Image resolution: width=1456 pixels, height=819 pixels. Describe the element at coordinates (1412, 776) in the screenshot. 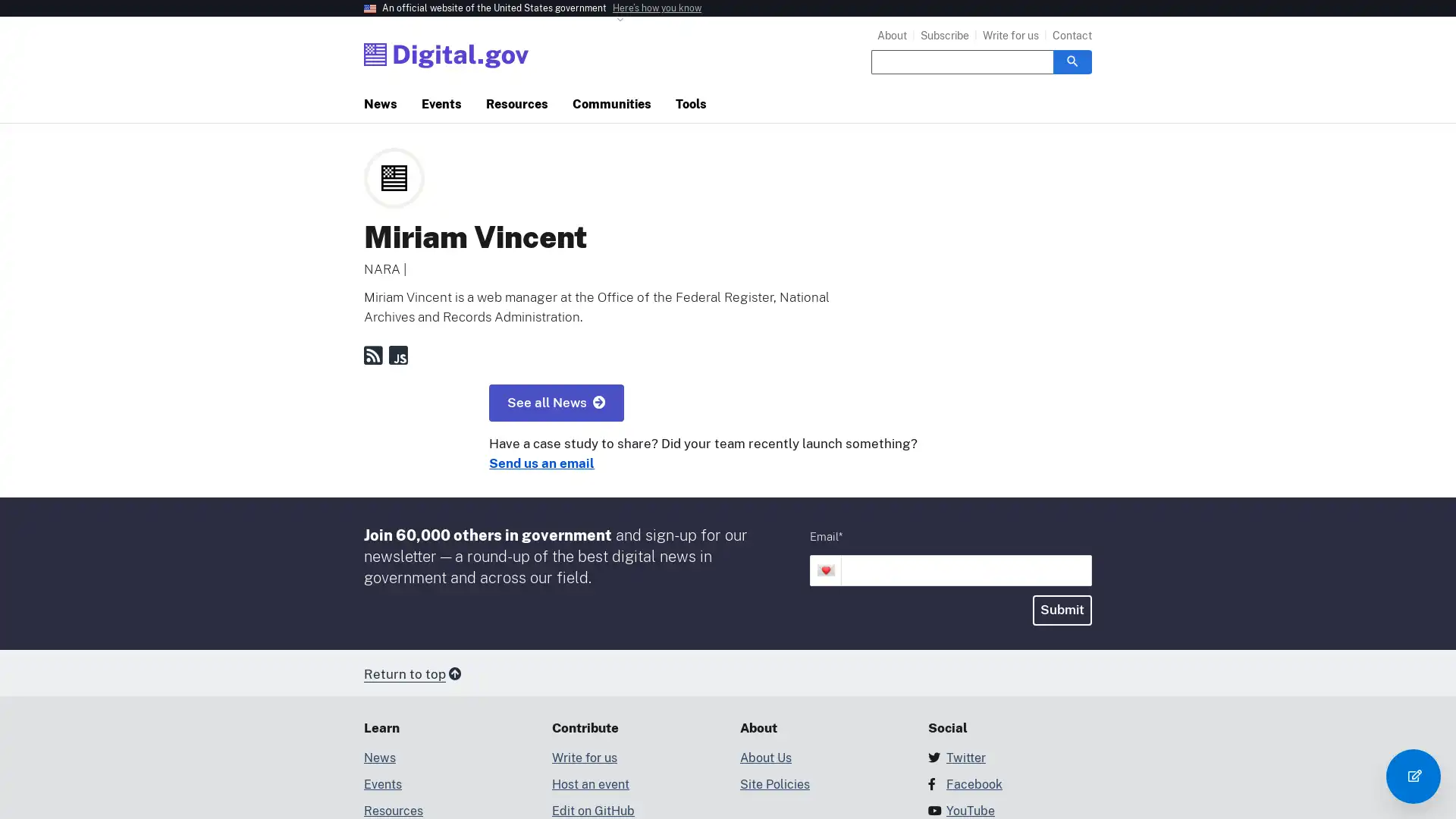

I see `edit` at that location.